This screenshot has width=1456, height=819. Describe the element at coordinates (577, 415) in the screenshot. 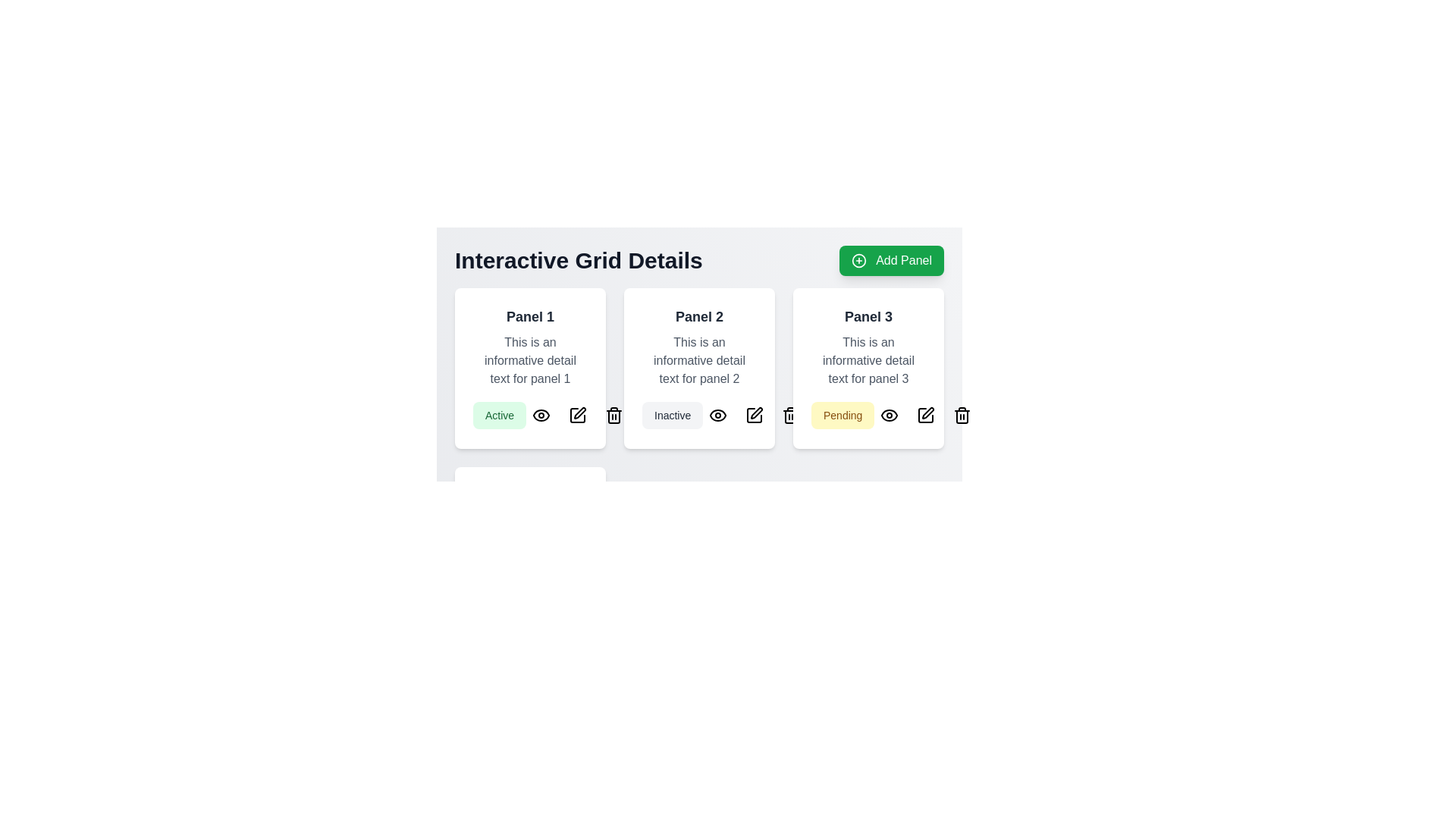

I see `the edit button icon, which is the second icon from the left in the group of three below the 'Active' label in 'Panel 1'` at that location.